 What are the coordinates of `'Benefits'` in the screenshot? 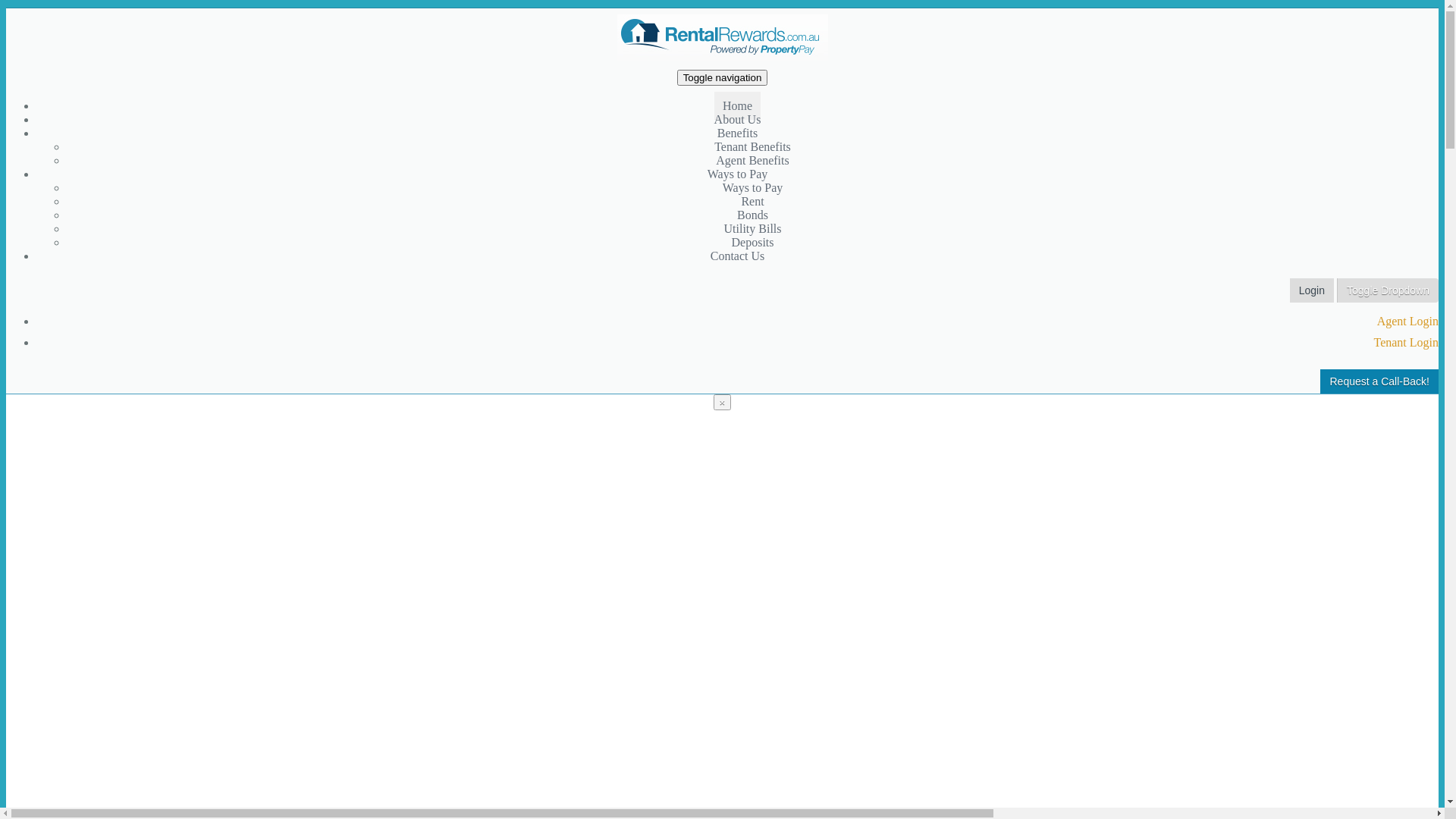 It's located at (737, 132).